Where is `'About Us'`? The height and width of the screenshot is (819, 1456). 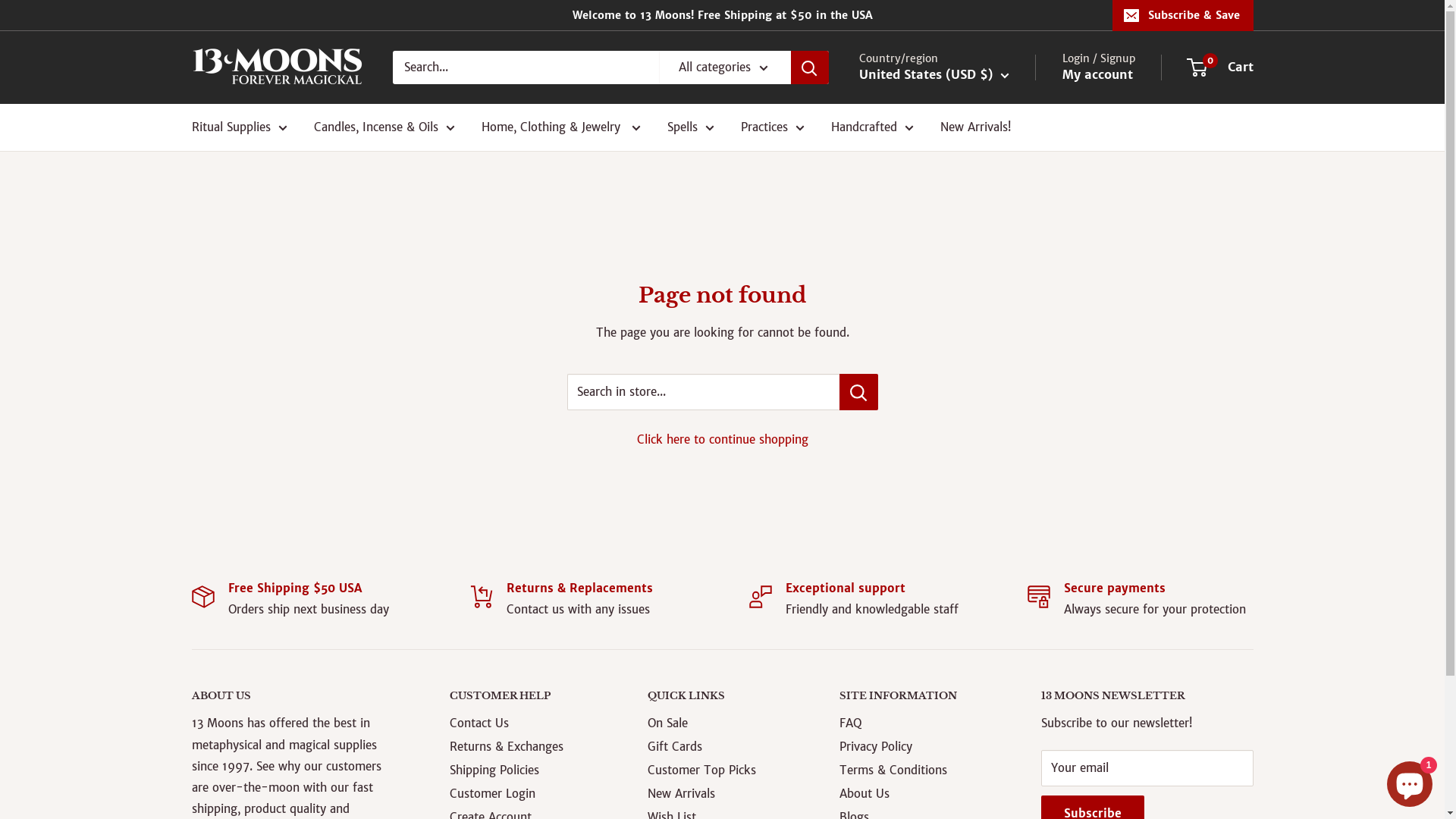 'About Us' is located at coordinates (912, 792).